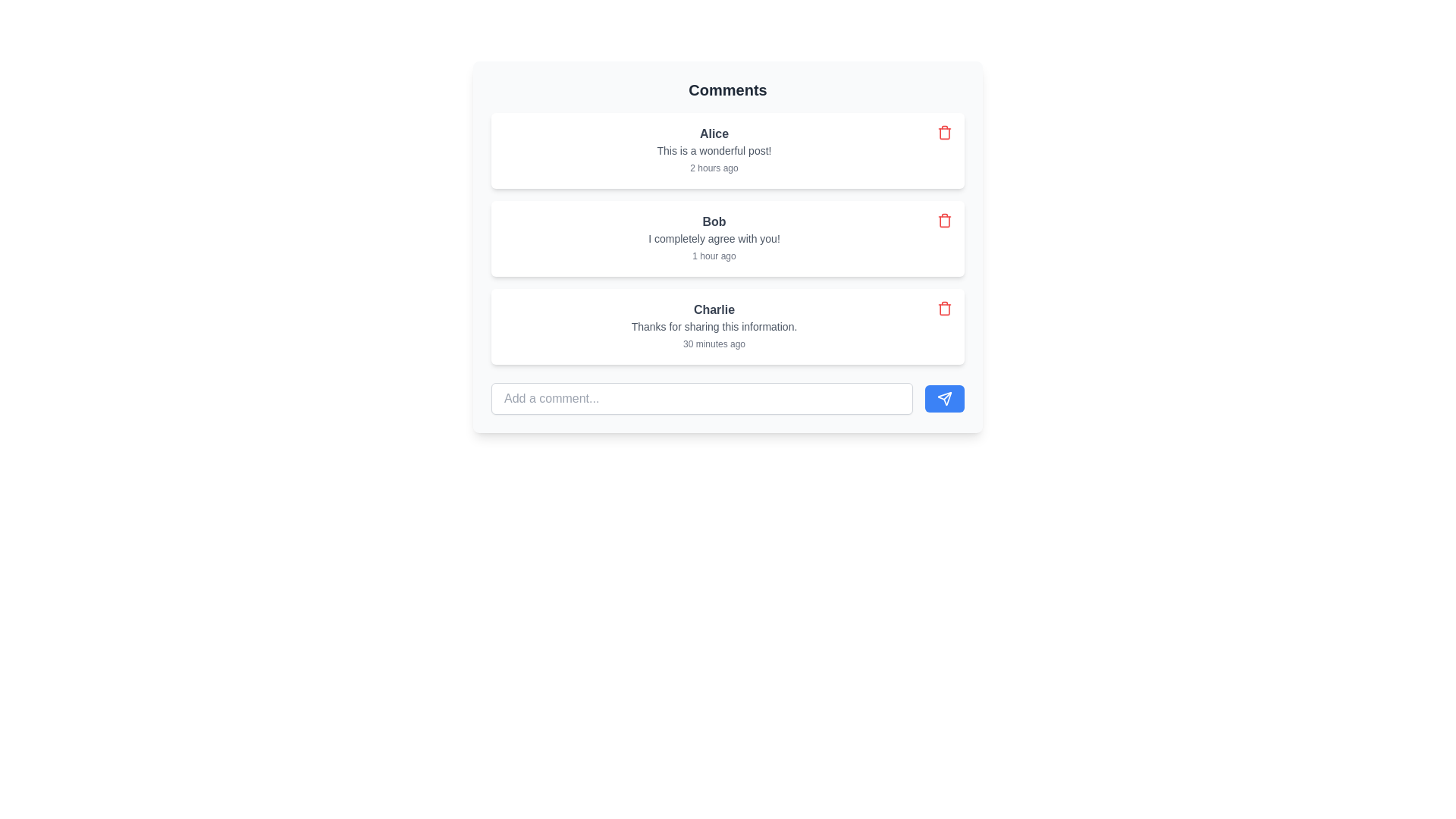 This screenshot has height=819, width=1456. Describe the element at coordinates (944, 397) in the screenshot. I see `the send icon within the blue button located to the right of the text input field below the comments section` at that location.